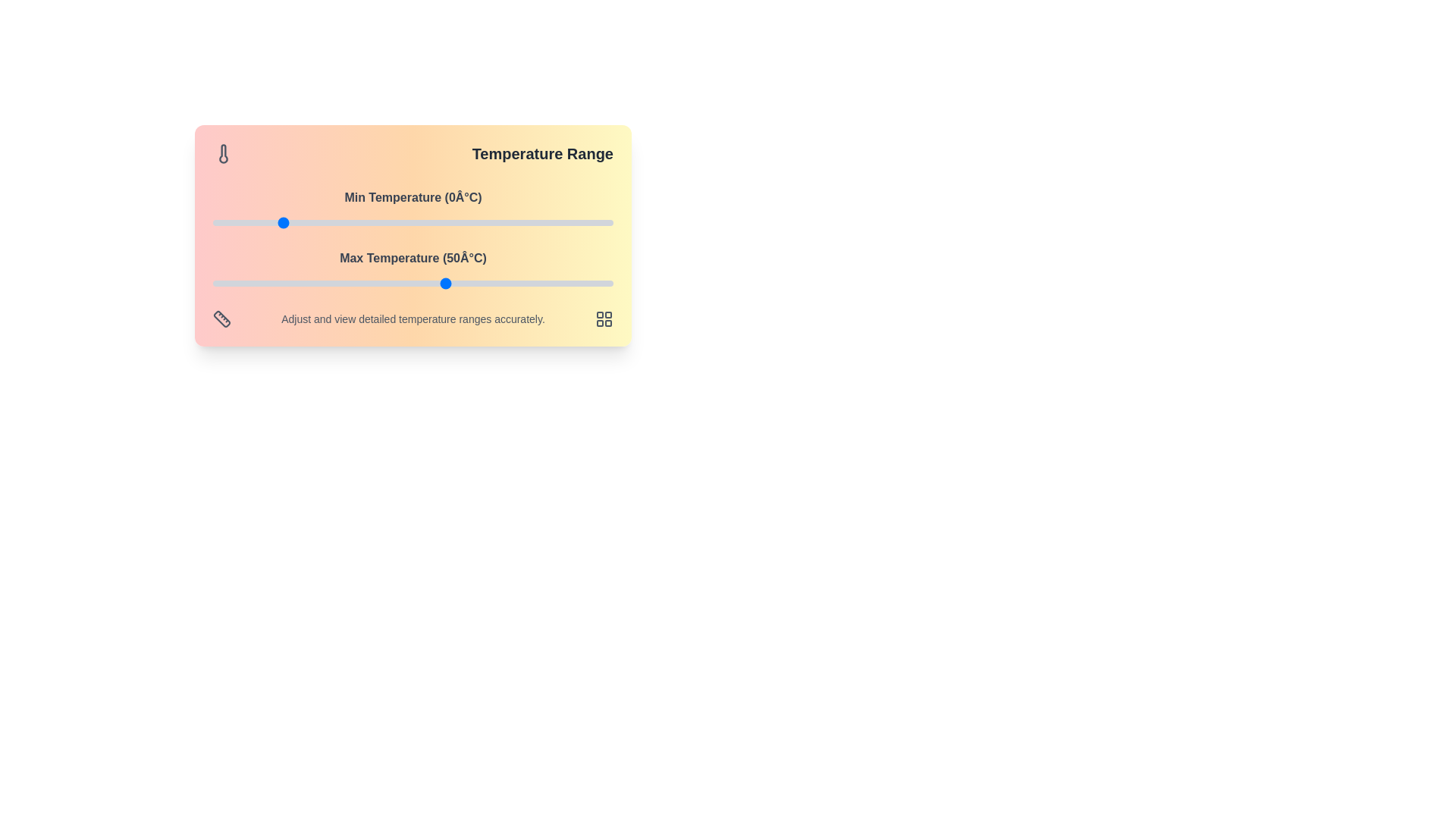 This screenshot has height=819, width=1456. What do you see at coordinates (222, 154) in the screenshot?
I see `the thermometer icon in the header` at bounding box center [222, 154].